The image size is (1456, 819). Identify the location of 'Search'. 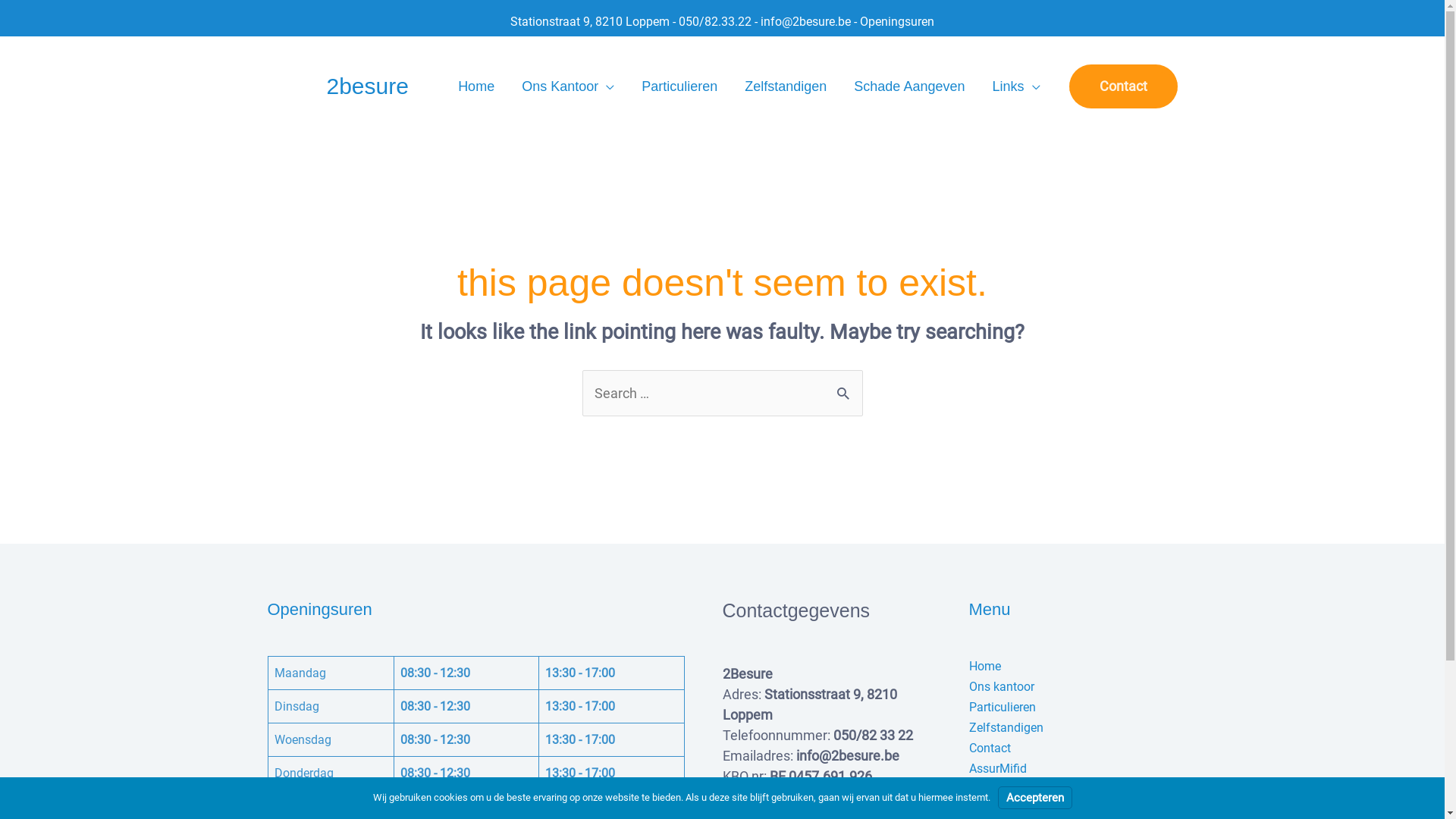
(844, 384).